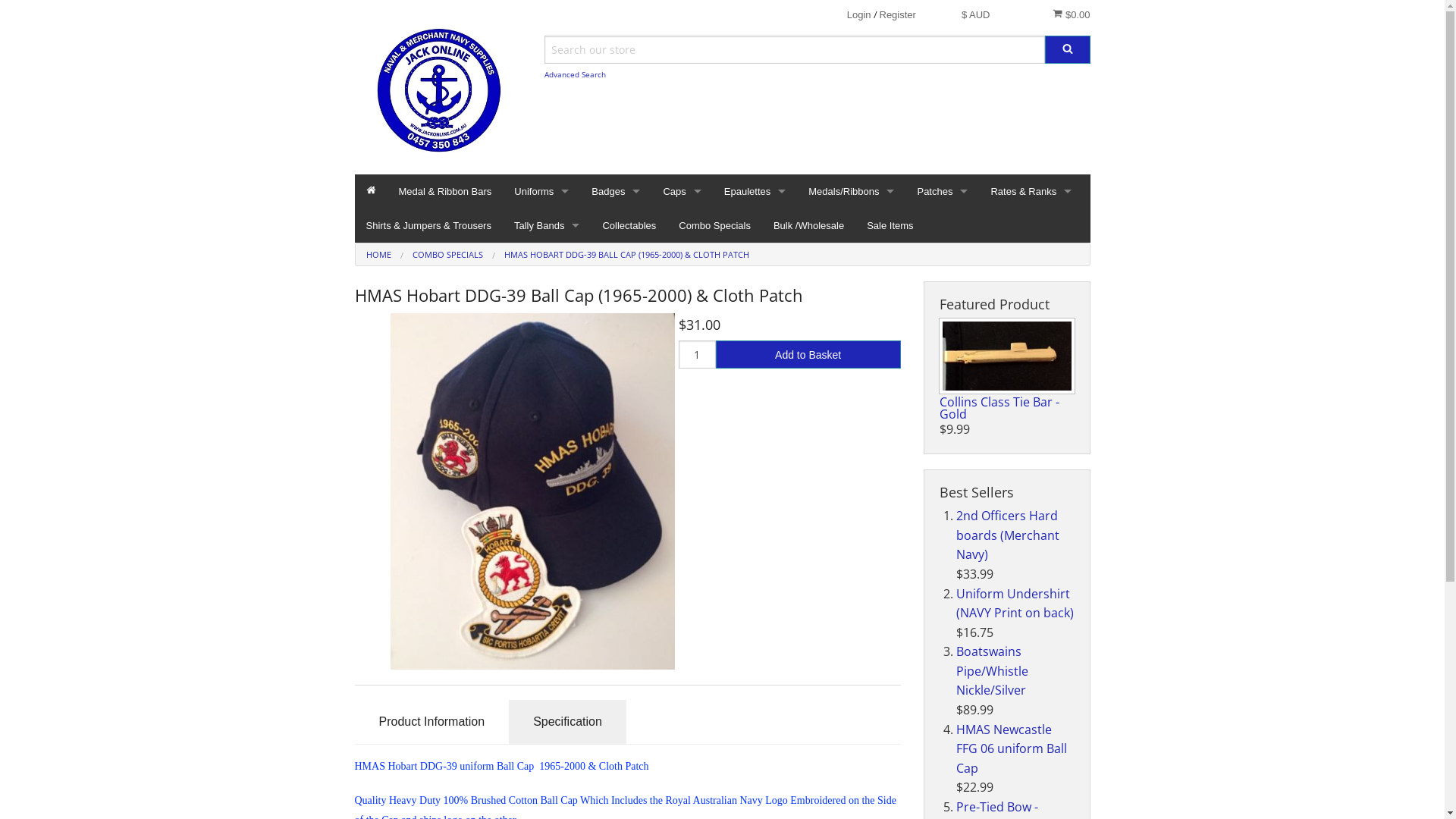  Describe the element at coordinates (680, 243) in the screenshot. I see `'Dress Caps'` at that location.